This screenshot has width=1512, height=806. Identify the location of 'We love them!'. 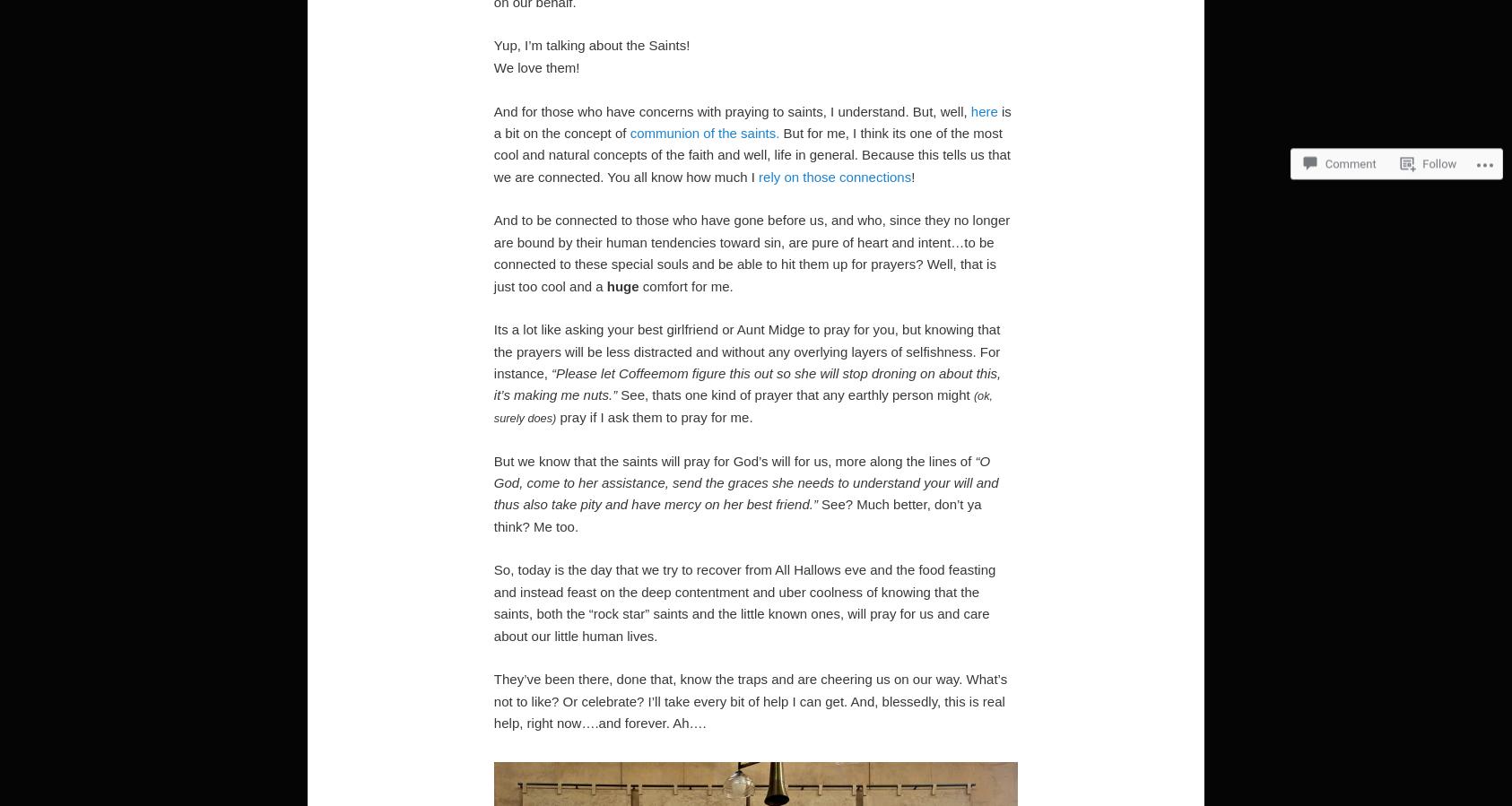
(535, 65).